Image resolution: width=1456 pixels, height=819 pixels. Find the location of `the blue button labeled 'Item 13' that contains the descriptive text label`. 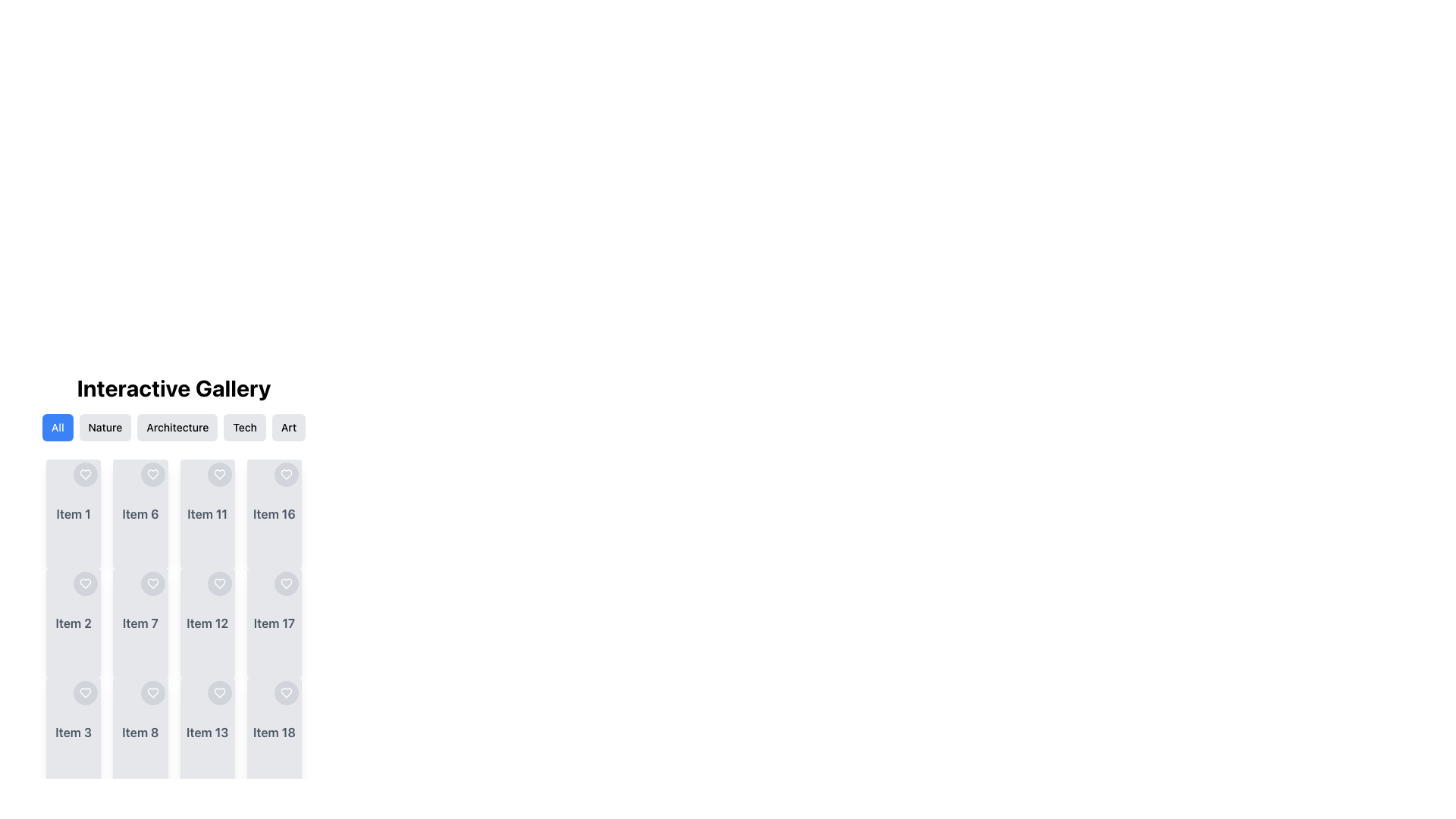

the blue button labeled 'Item 13' that contains the descriptive text label is located at coordinates (213, 731).